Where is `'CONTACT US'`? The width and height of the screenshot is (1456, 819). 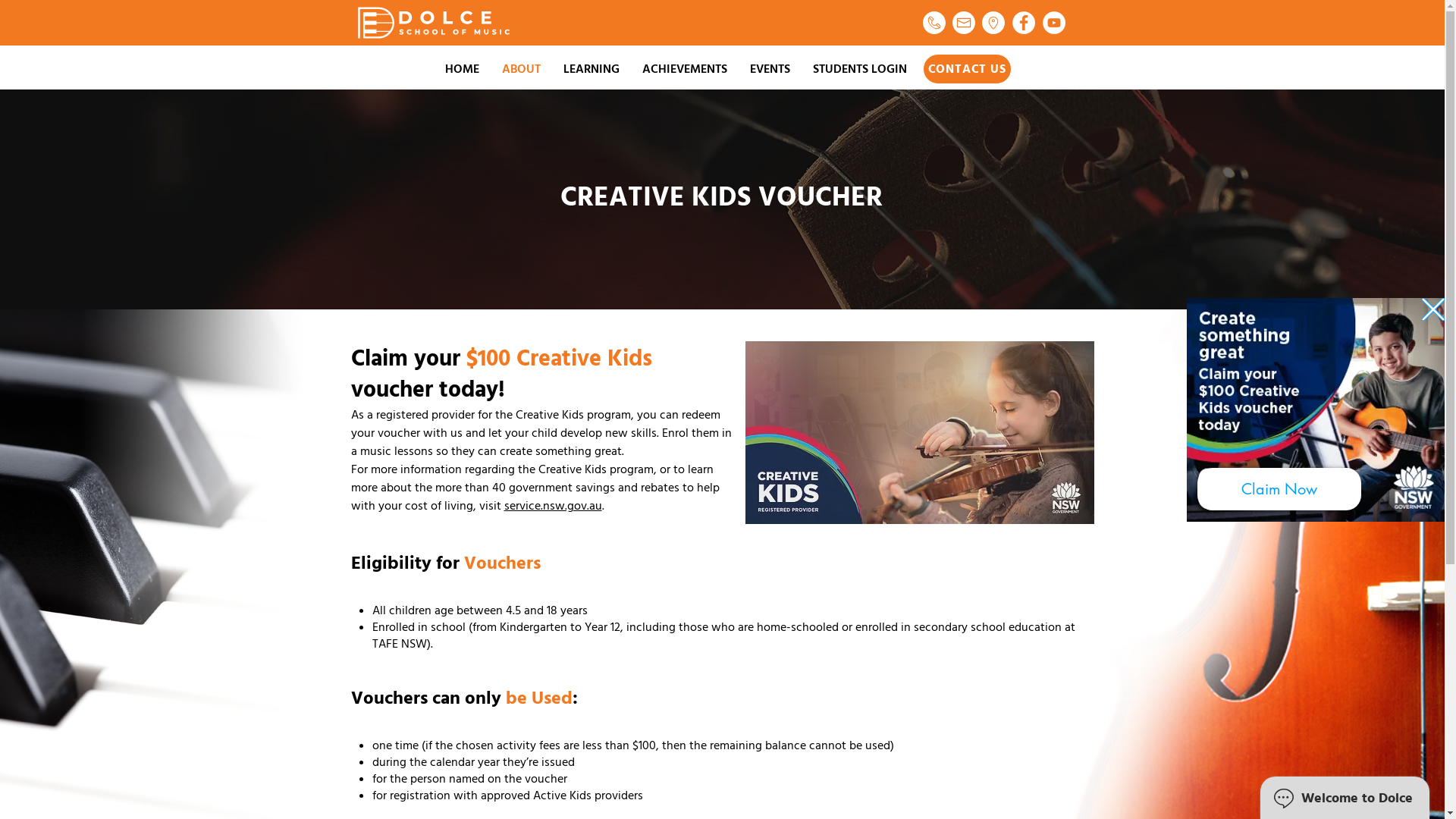 'CONTACT US' is located at coordinates (963, 69).